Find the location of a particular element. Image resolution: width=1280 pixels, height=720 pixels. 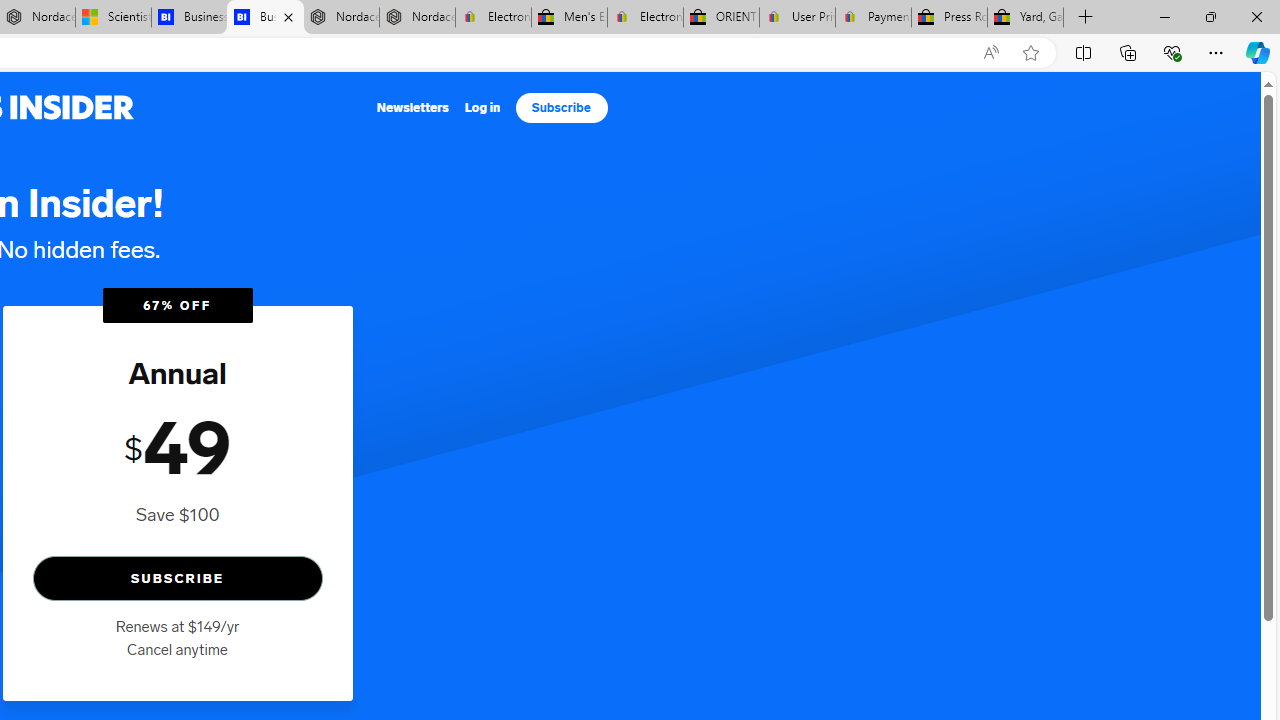

'Press Room - eBay Inc.' is located at coordinates (948, 17).